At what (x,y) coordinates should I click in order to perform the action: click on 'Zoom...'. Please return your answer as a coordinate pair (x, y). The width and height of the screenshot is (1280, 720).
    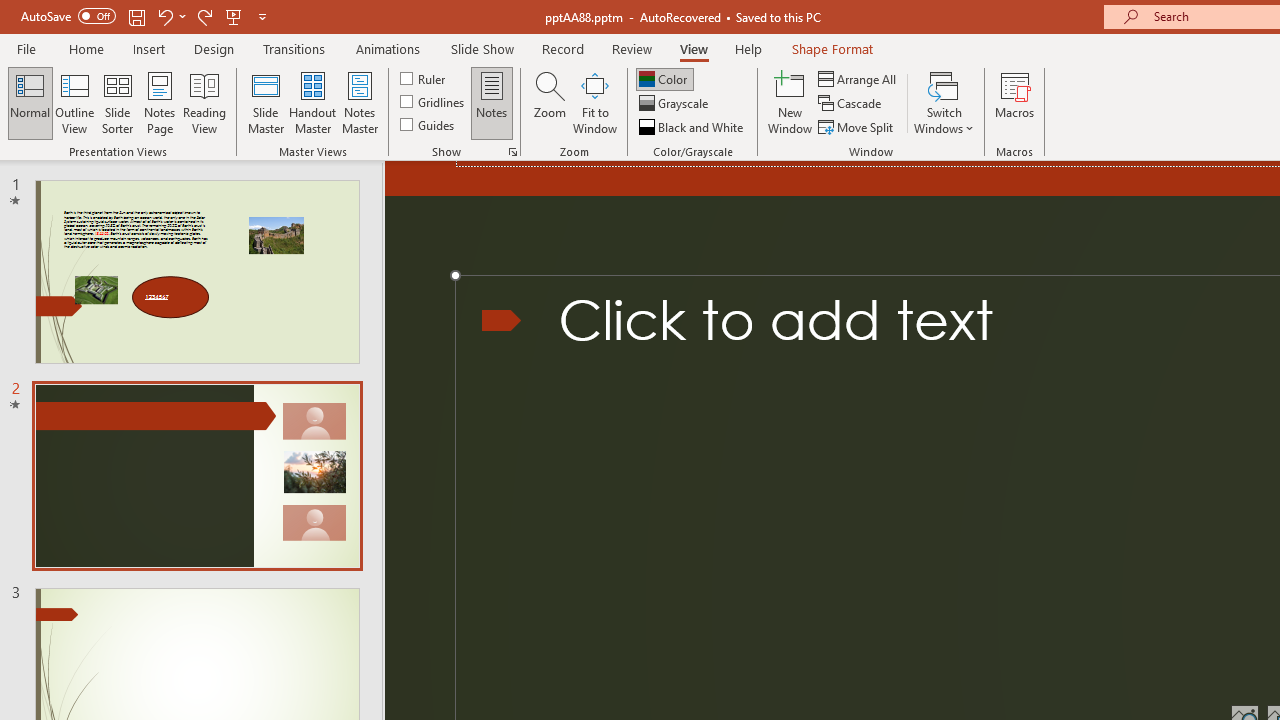
    Looking at the image, I should click on (549, 103).